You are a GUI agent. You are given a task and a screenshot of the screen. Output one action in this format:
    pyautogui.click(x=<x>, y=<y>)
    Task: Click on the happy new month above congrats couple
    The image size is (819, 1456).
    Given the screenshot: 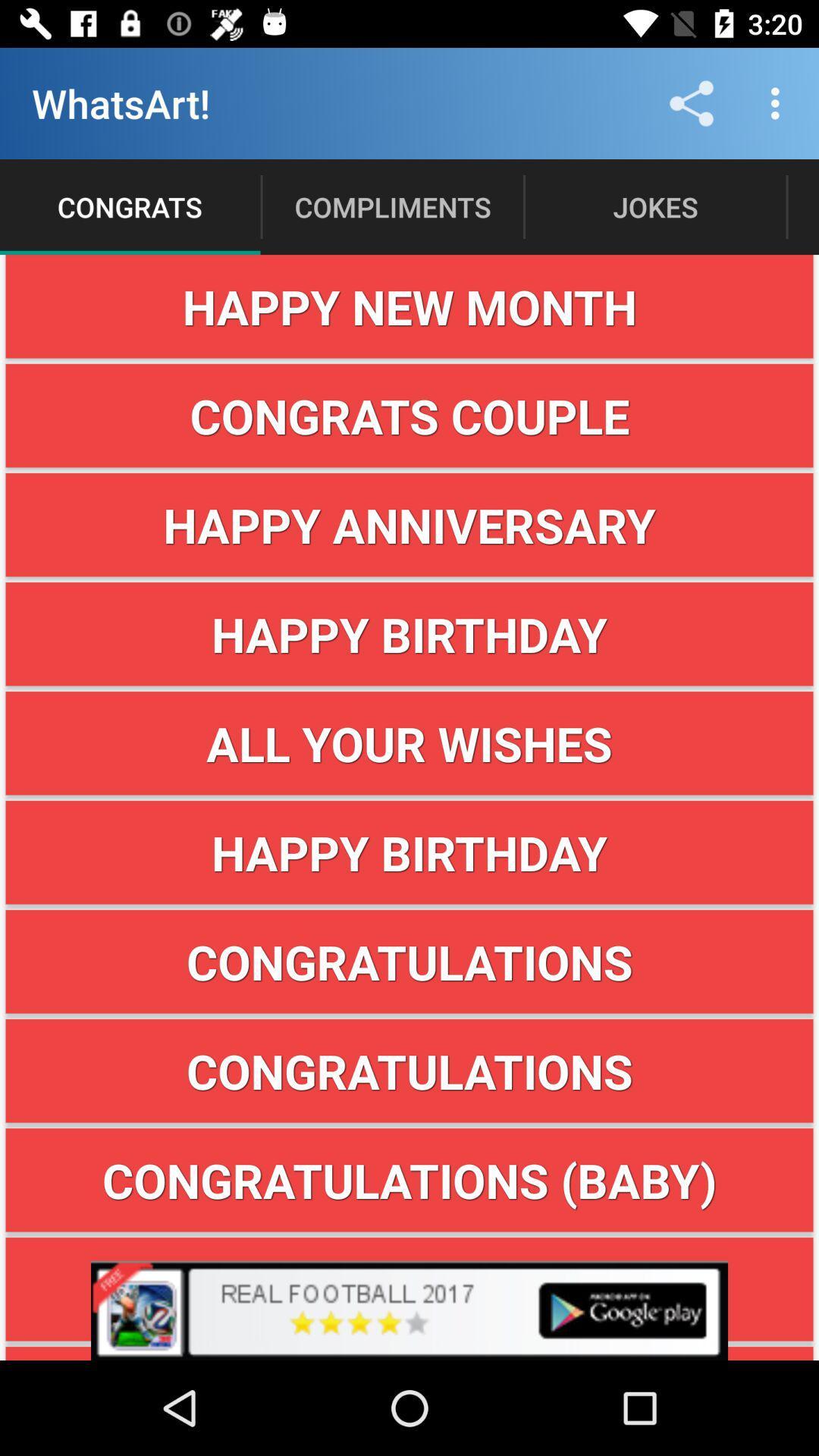 What is the action you would take?
    pyautogui.click(x=409, y=306)
    